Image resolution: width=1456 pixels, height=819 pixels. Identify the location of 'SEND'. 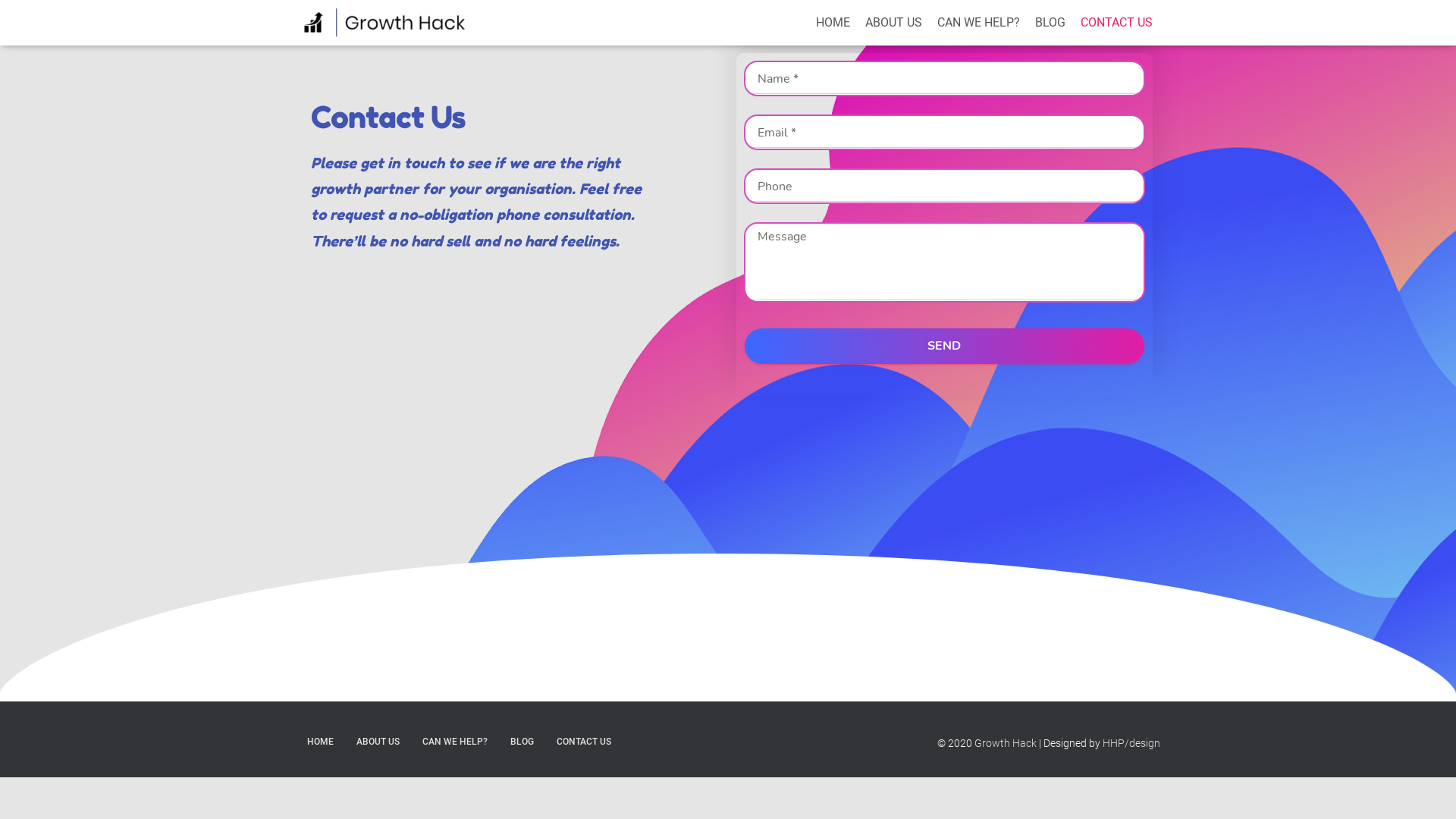
(943, 346).